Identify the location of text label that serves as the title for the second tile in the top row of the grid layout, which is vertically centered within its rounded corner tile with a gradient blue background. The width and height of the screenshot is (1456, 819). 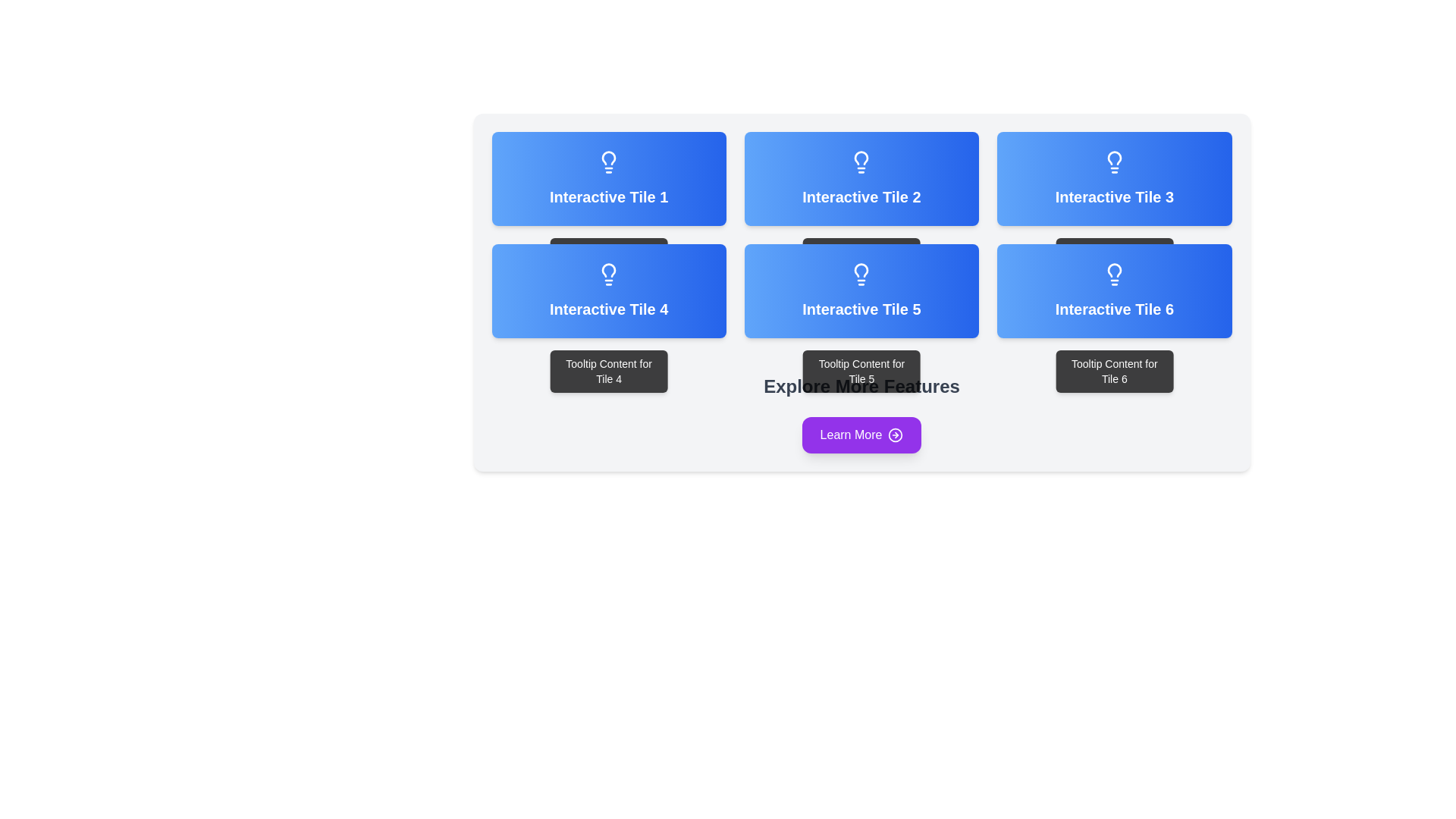
(861, 196).